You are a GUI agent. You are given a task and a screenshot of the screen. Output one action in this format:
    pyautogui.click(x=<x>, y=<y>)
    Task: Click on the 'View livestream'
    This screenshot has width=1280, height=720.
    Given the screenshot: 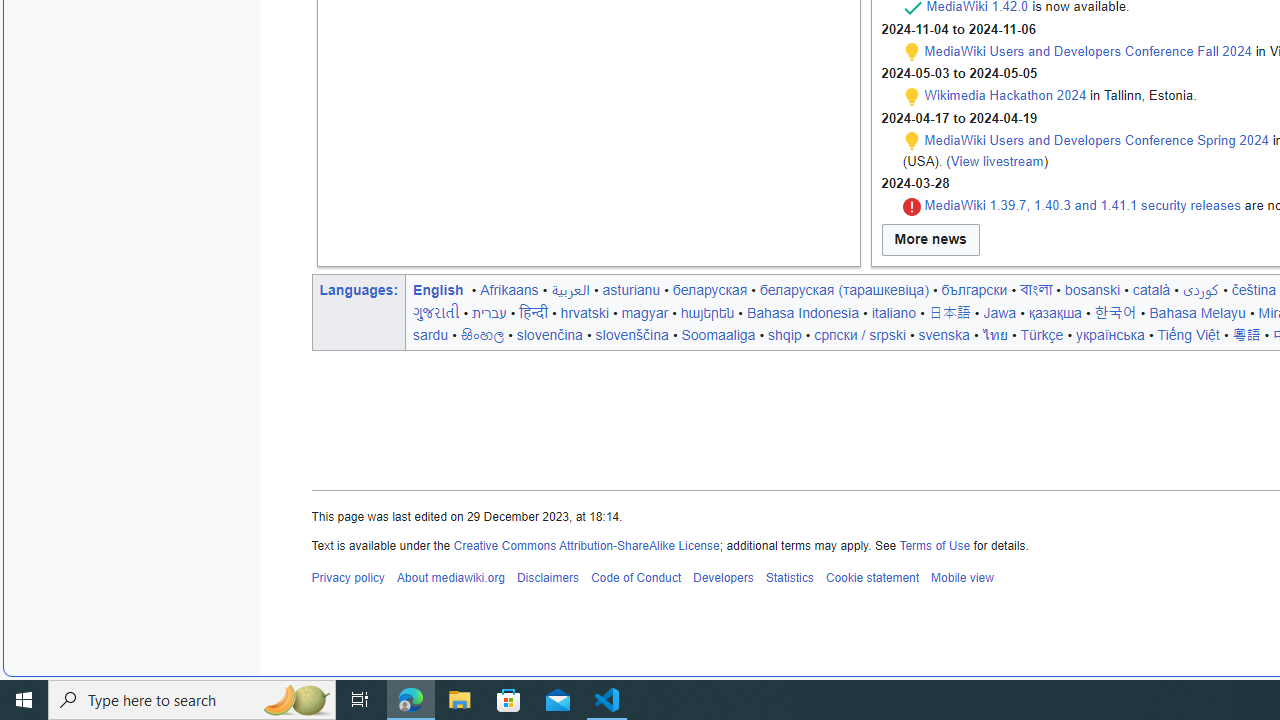 What is the action you would take?
    pyautogui.click(x=997, y=159)
    